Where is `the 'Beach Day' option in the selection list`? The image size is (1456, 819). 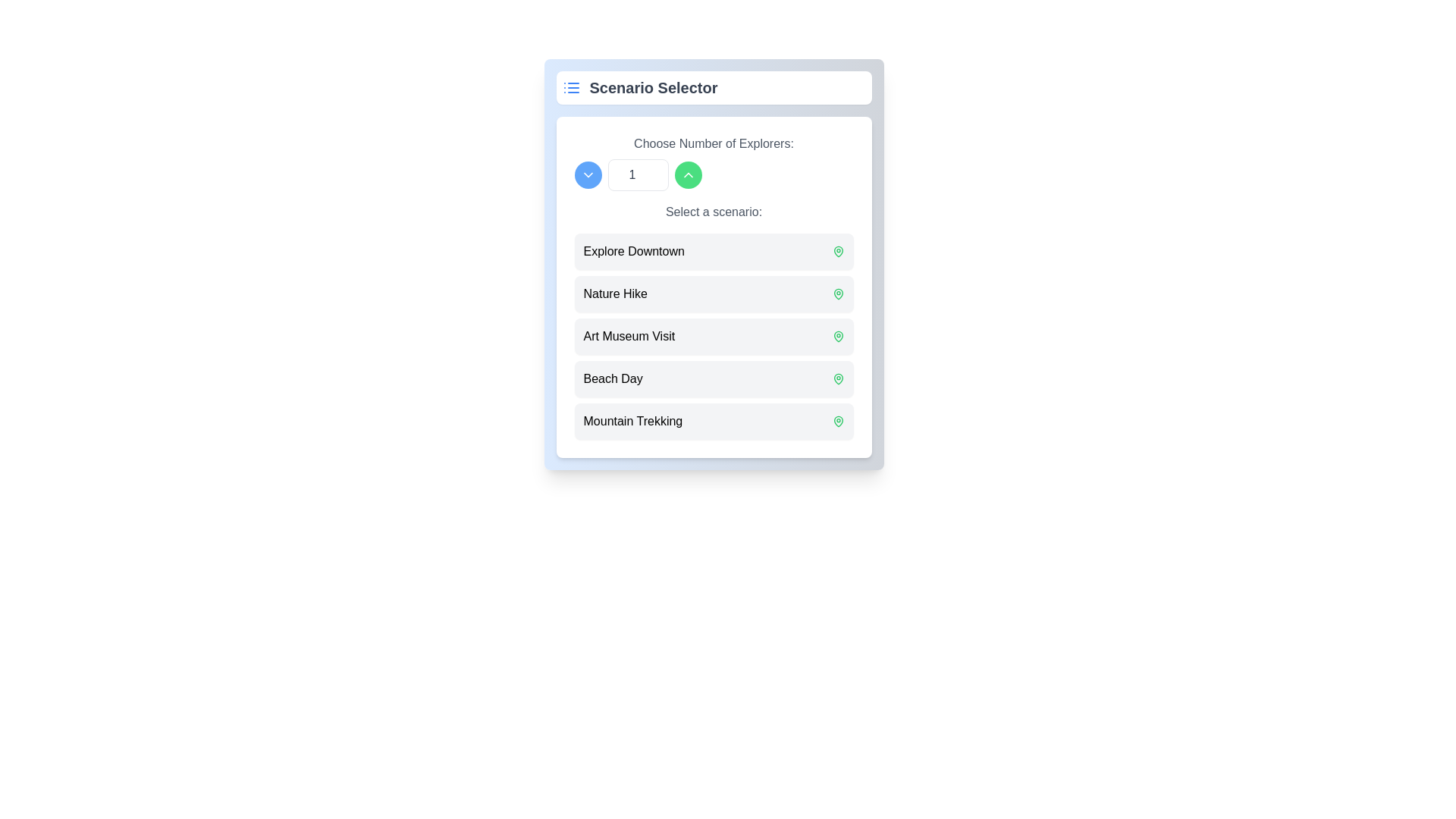 the 'Beach Day' option in the selection list is located at coordinates (613, 378).